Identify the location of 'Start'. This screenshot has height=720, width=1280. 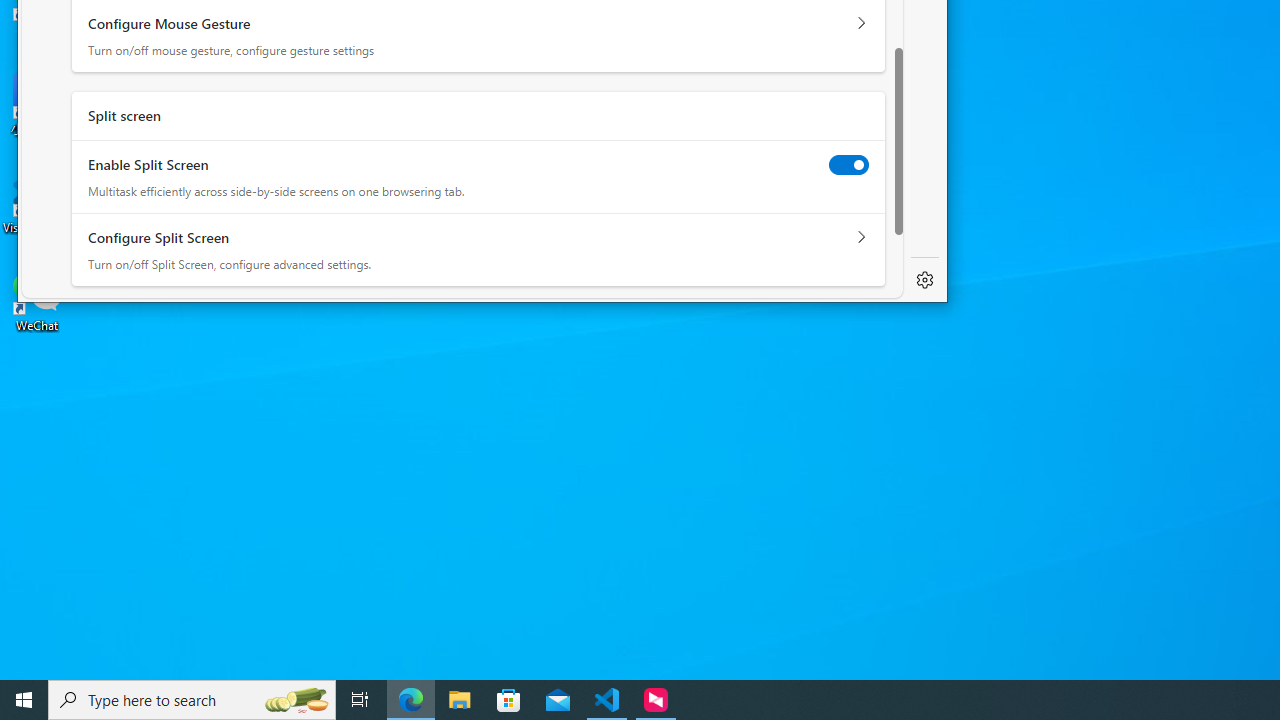
(24, 698).